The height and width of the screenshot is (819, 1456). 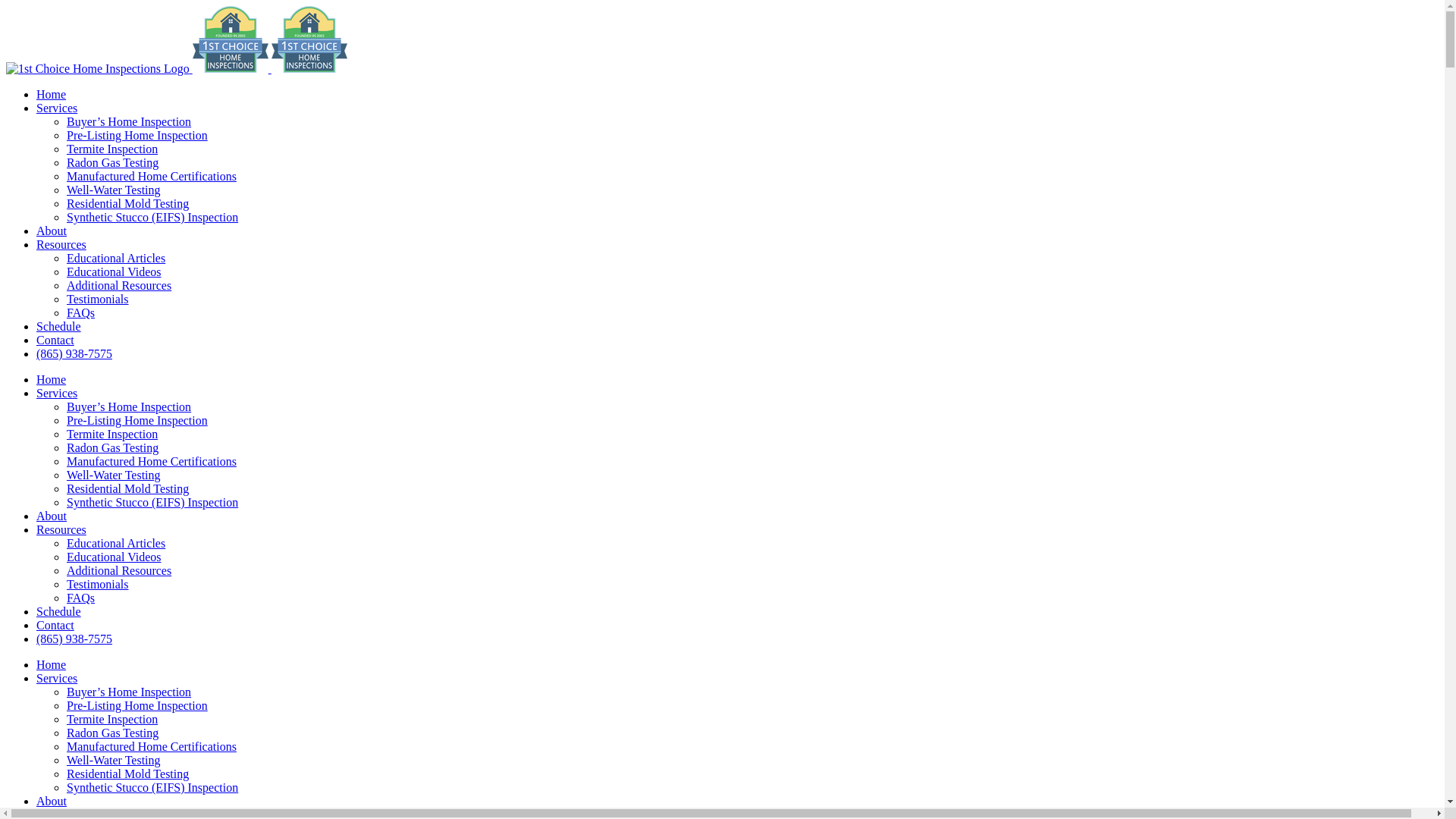 I want to click on 'Termite Inspection', so click(x=111, y=149).